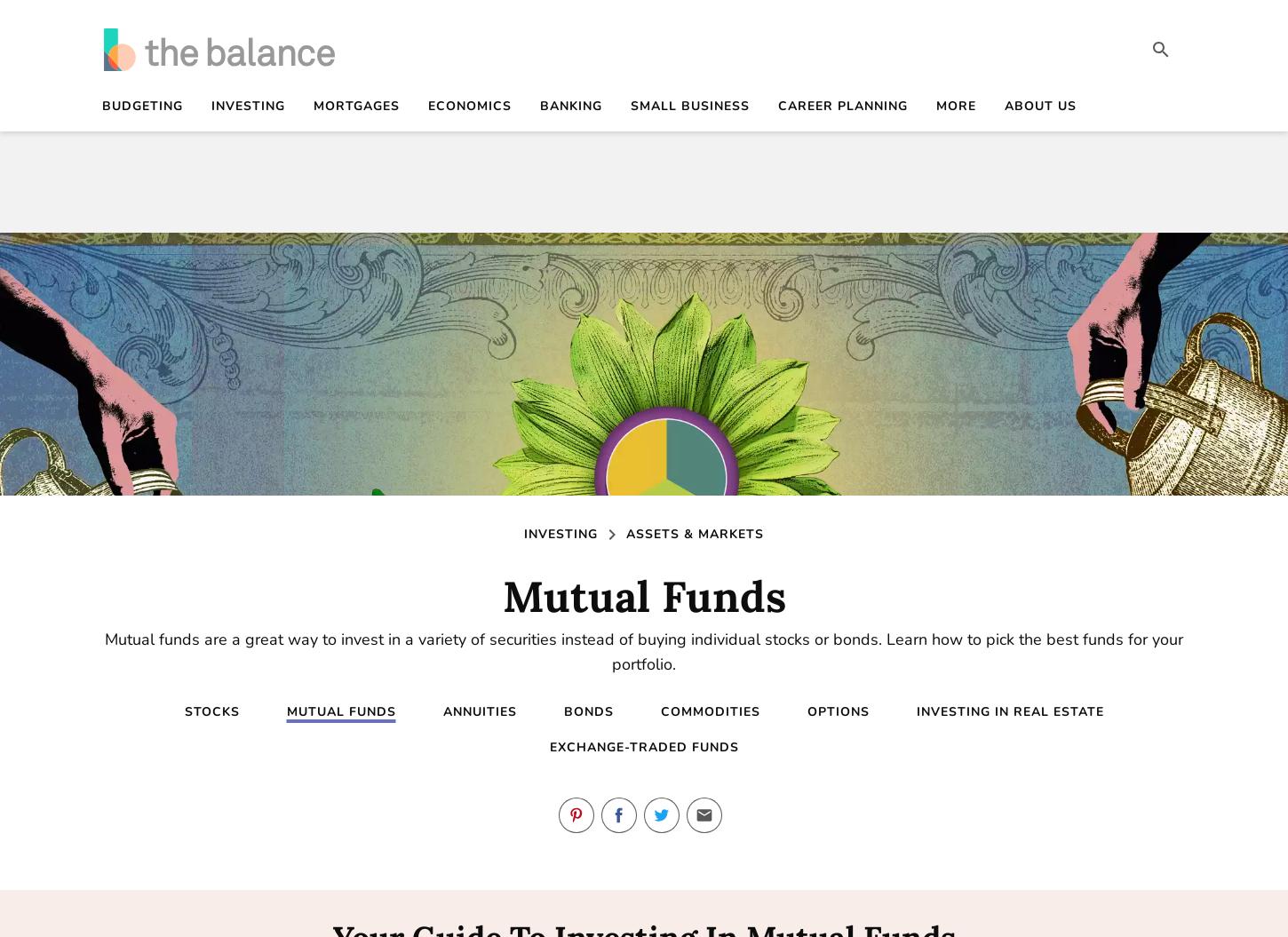 The width and height of the screenshot is (1288, 937). What do you see at coordinates (642, 747) in the screenshot?
I see `'Exchange-Traded Funds'` at bounding box center [642, 747].